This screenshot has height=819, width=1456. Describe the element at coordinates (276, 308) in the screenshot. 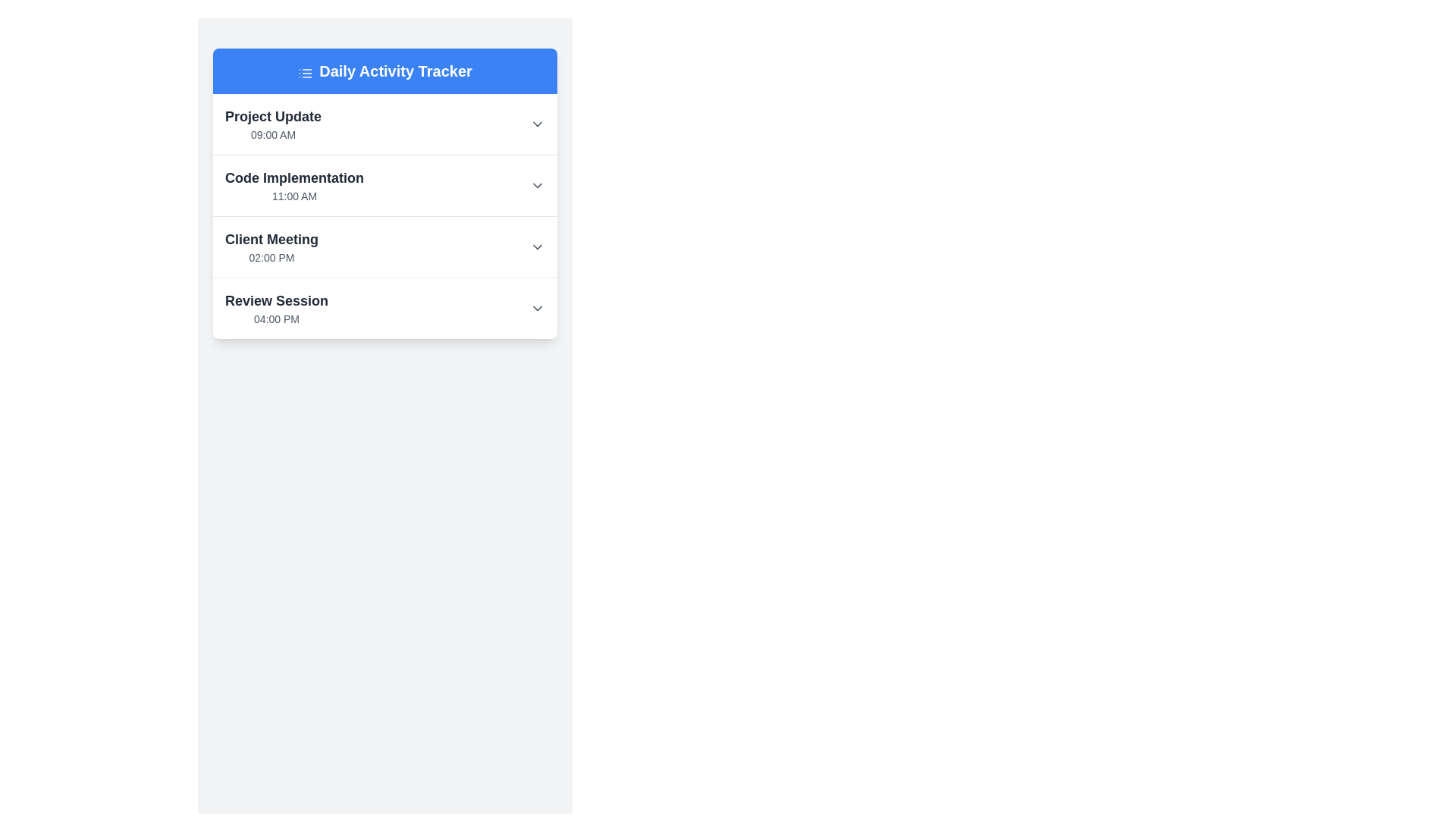

I see `the composite text label that serves as a title and time marker for a scheduled session within the 'Daily Activity Tracker' module, located in the lower portion of a structured list as the fourth item` at that location.